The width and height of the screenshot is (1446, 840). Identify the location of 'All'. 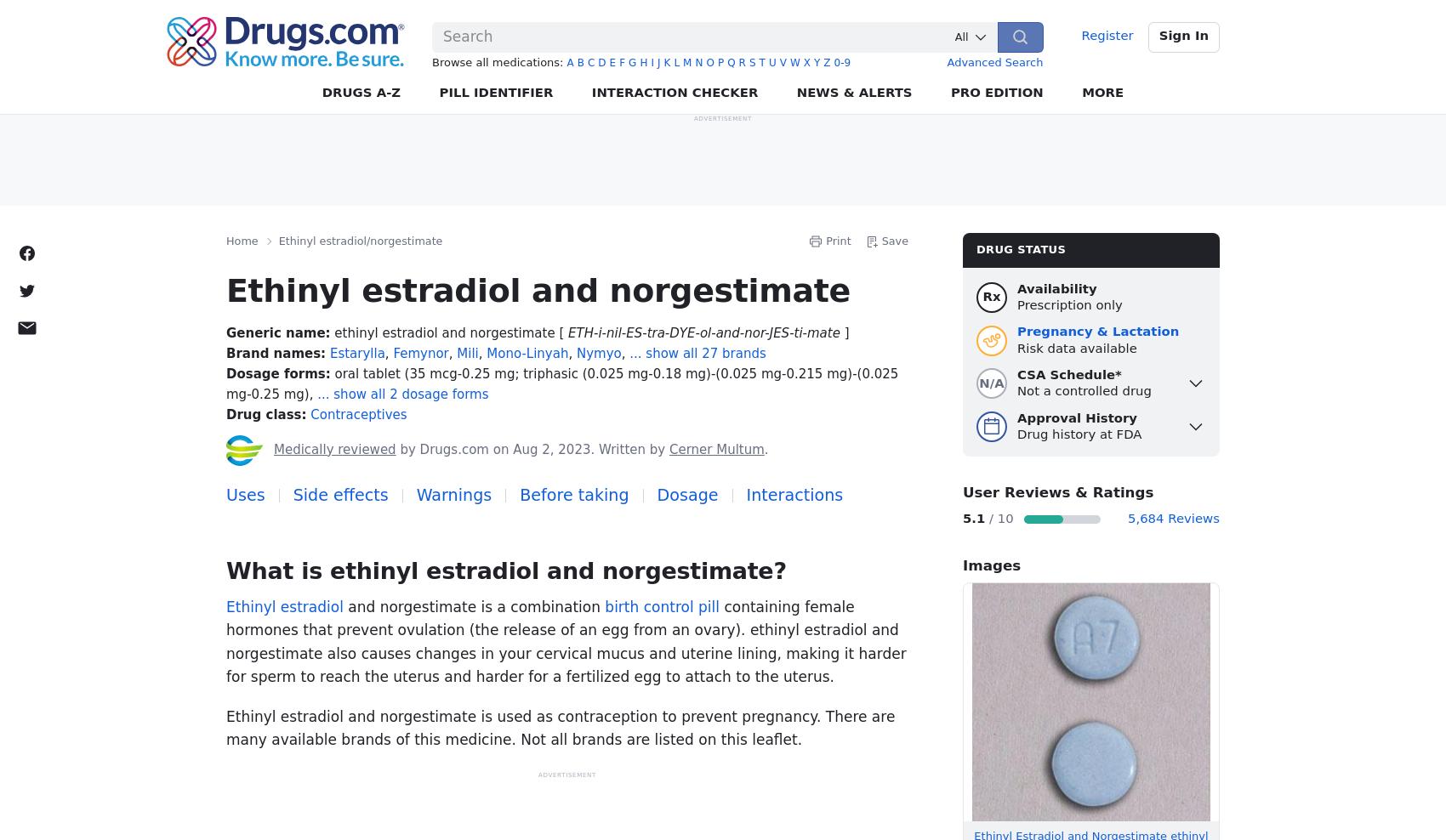
(960, 35).